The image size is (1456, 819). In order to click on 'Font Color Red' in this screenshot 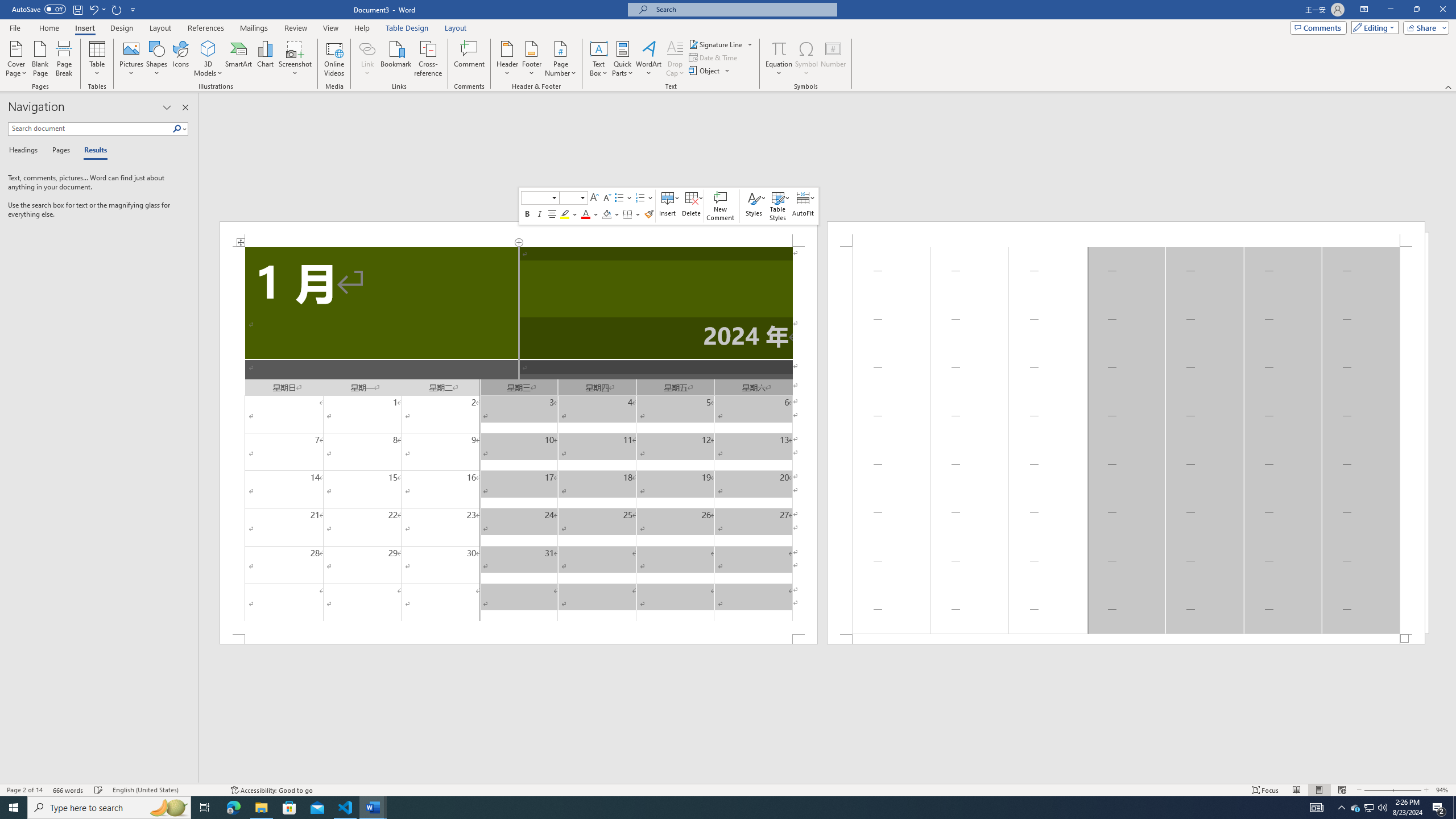, I will do `click(586, 213)`.